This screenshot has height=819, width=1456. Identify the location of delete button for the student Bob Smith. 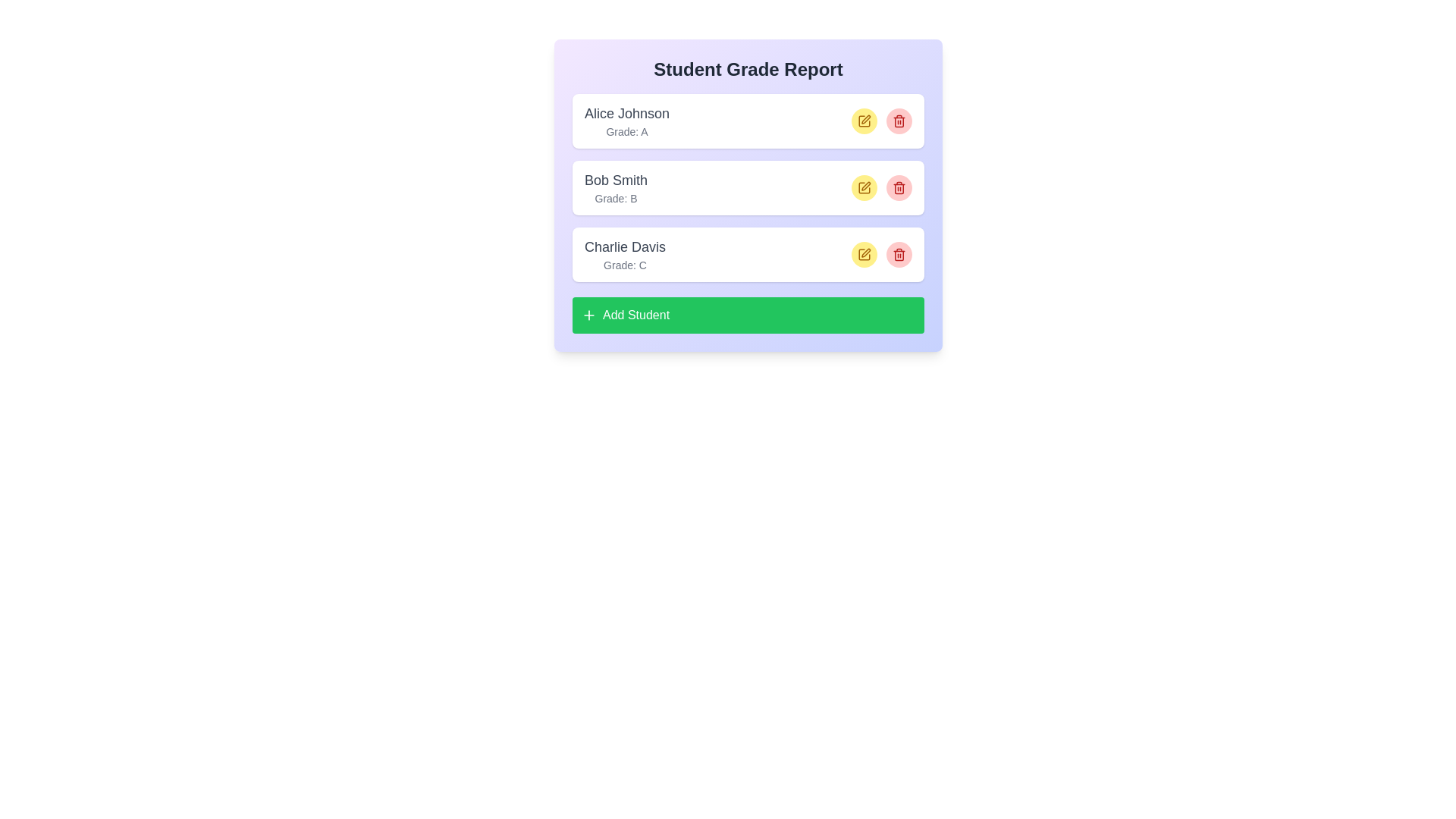
(899, 187).